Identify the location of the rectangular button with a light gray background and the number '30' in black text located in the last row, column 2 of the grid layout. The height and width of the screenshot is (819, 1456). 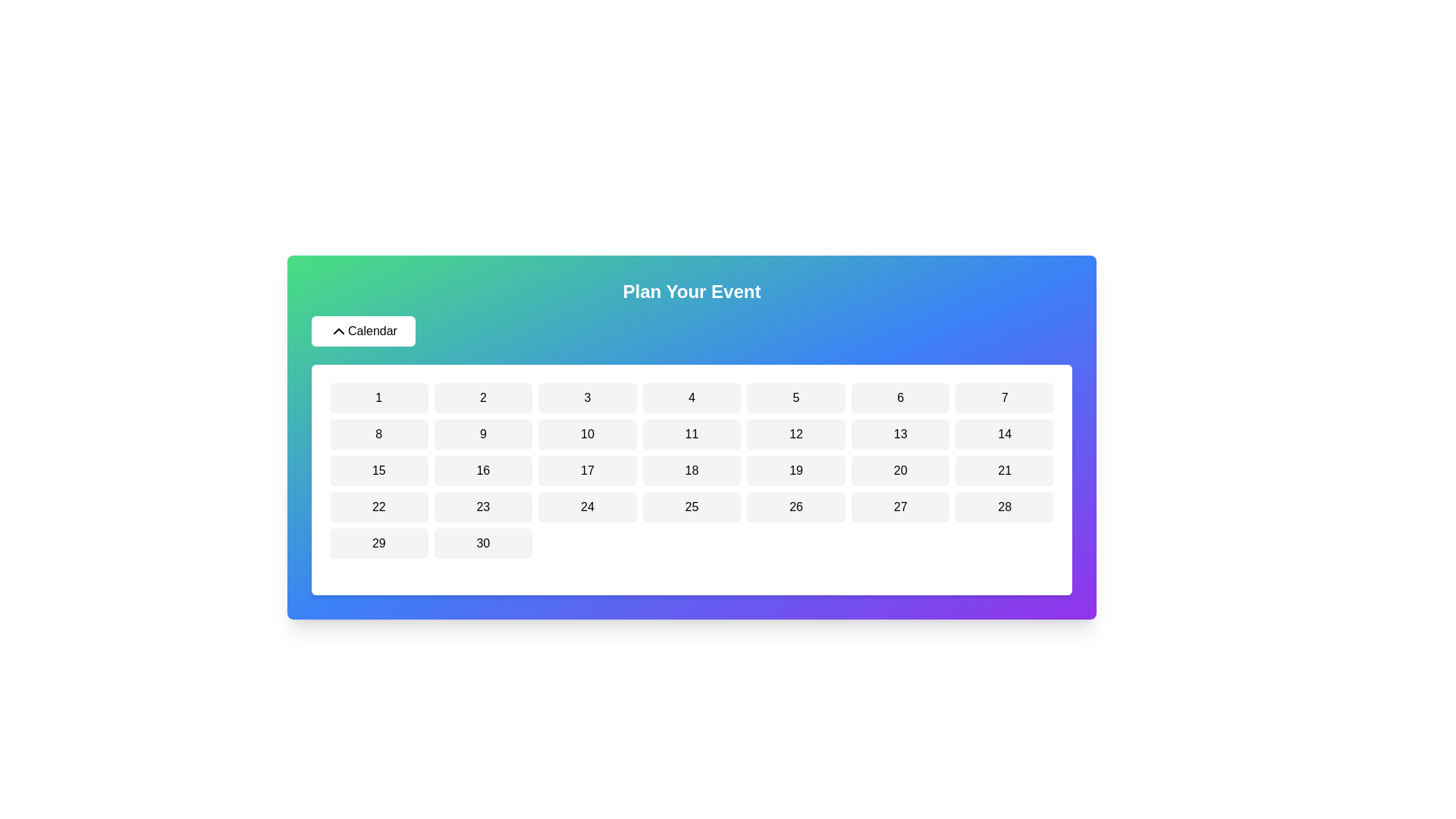
(482, 543).